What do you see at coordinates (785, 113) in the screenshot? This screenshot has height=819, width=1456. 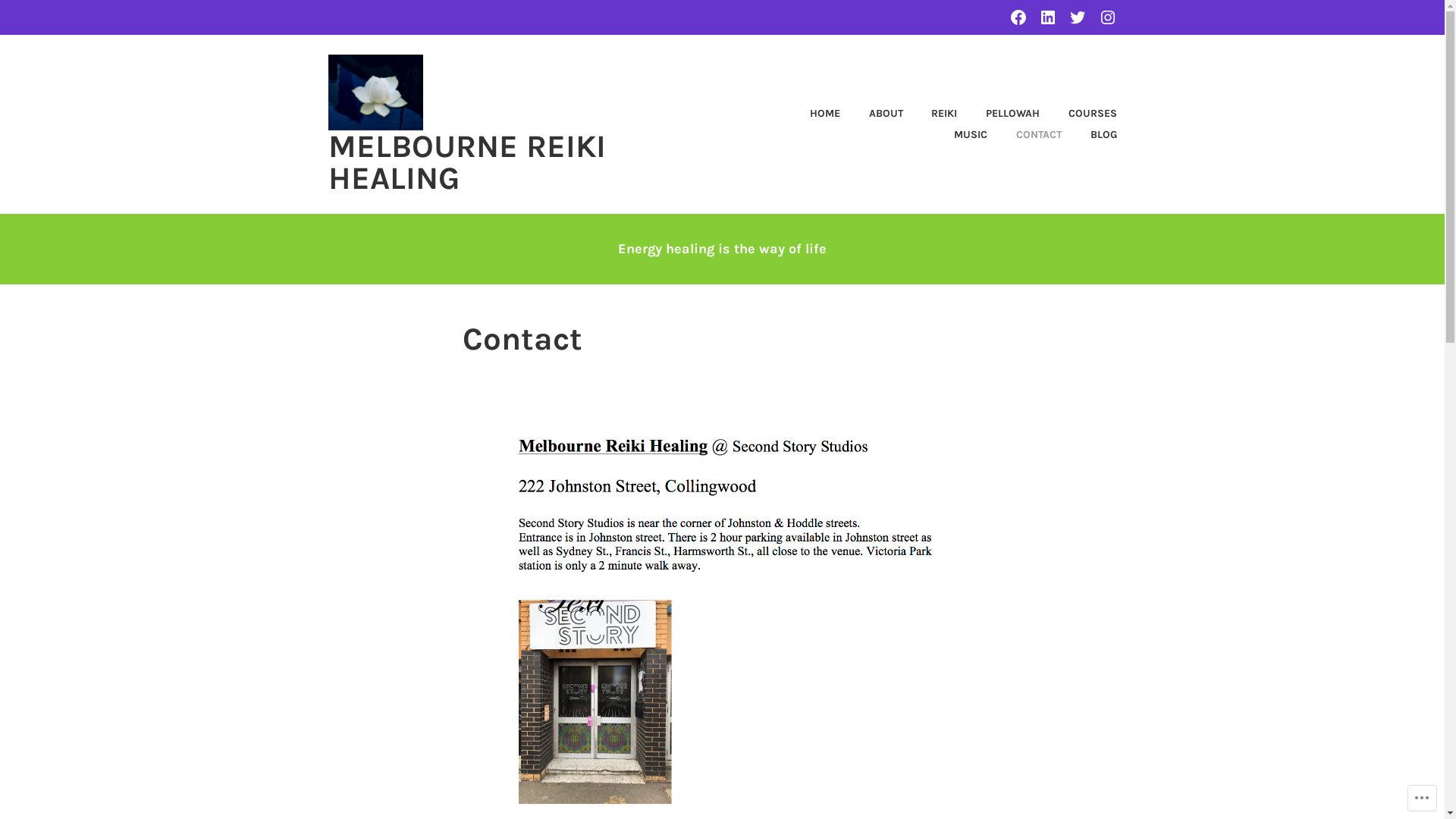 I see `'HOME'` at bounding box center [785, 113].